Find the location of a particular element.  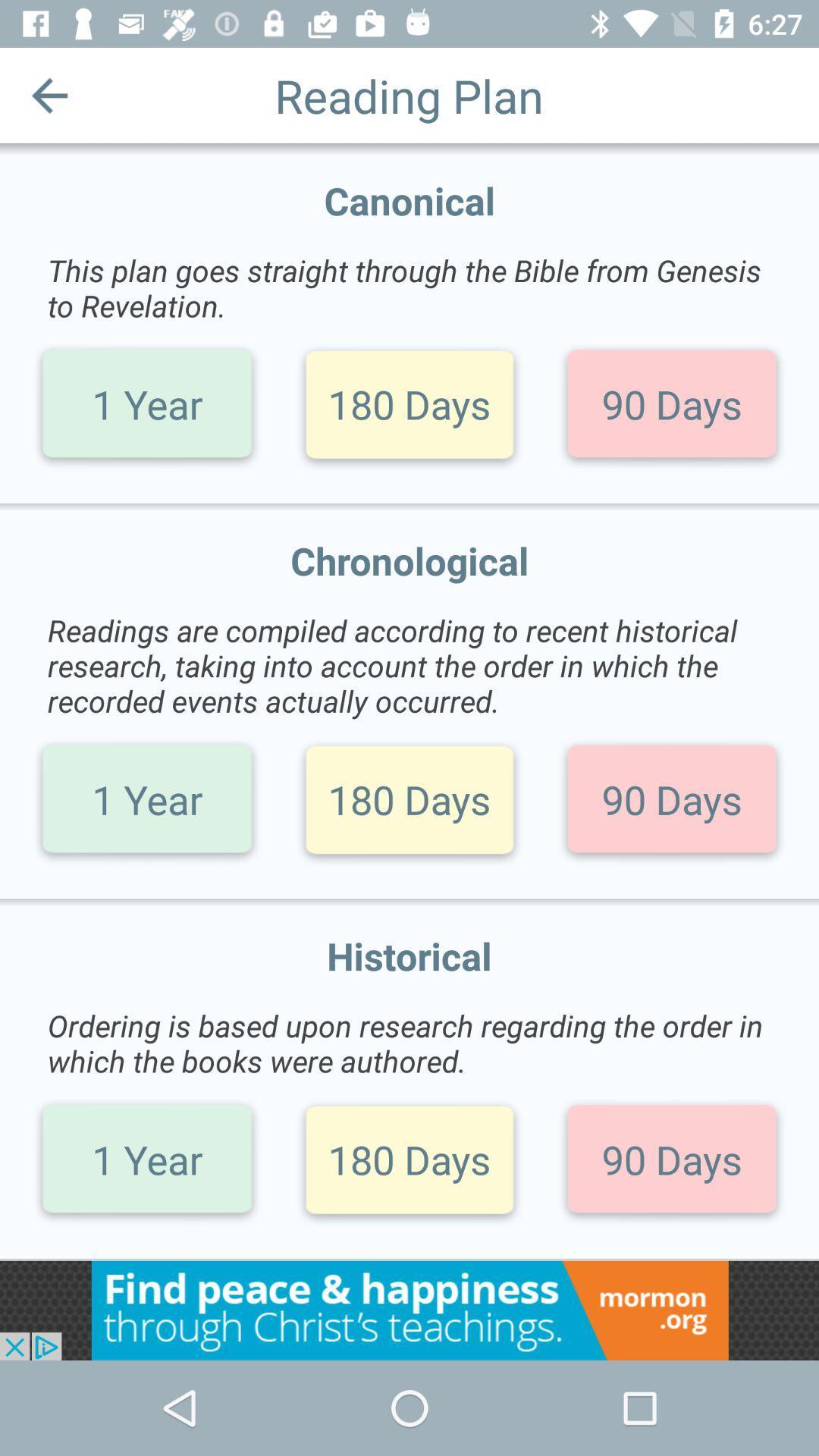

advertisement is located at coordinates (409, 1310).